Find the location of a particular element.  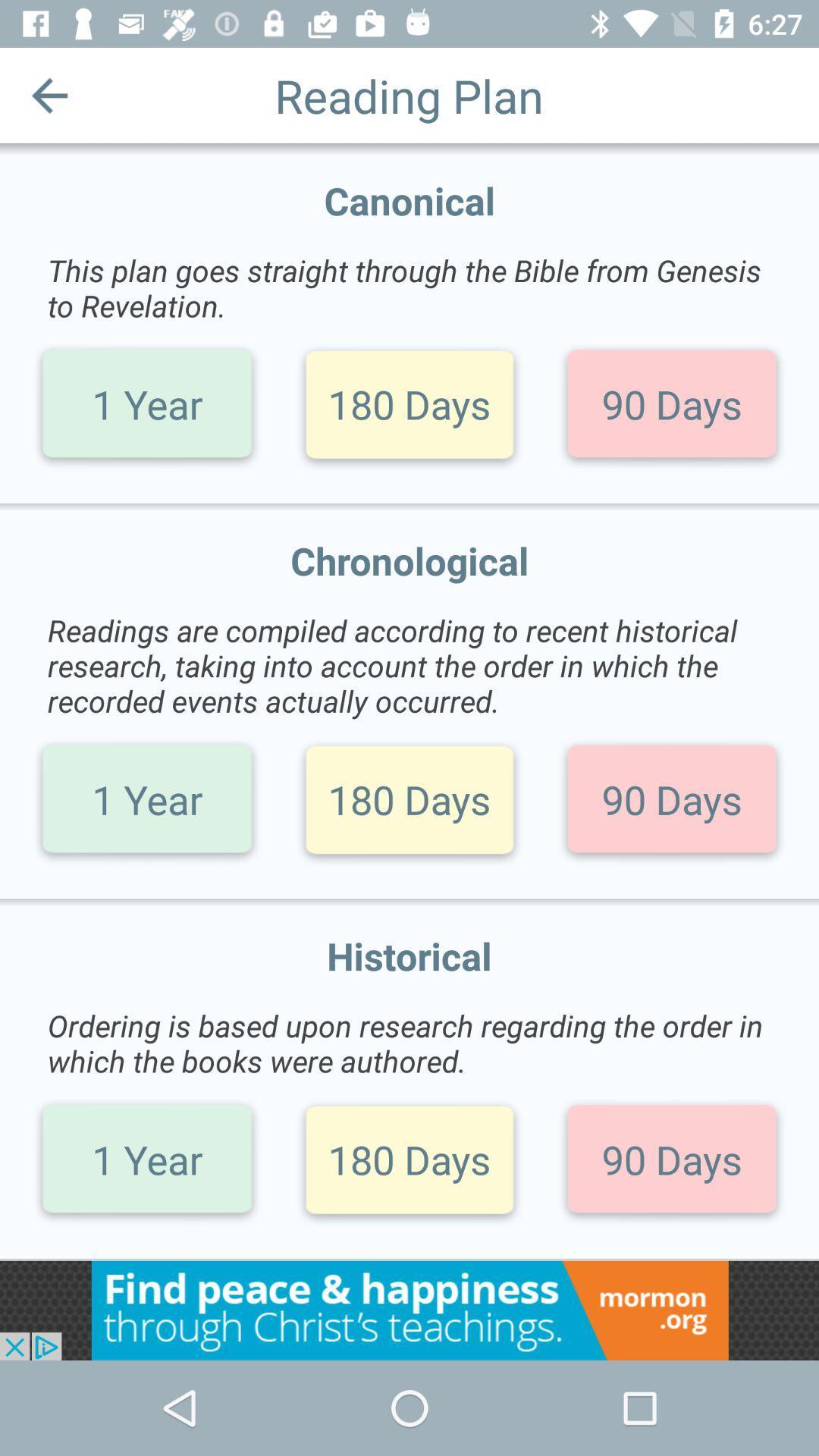

advertisement is located at coordinates (409, 1310).